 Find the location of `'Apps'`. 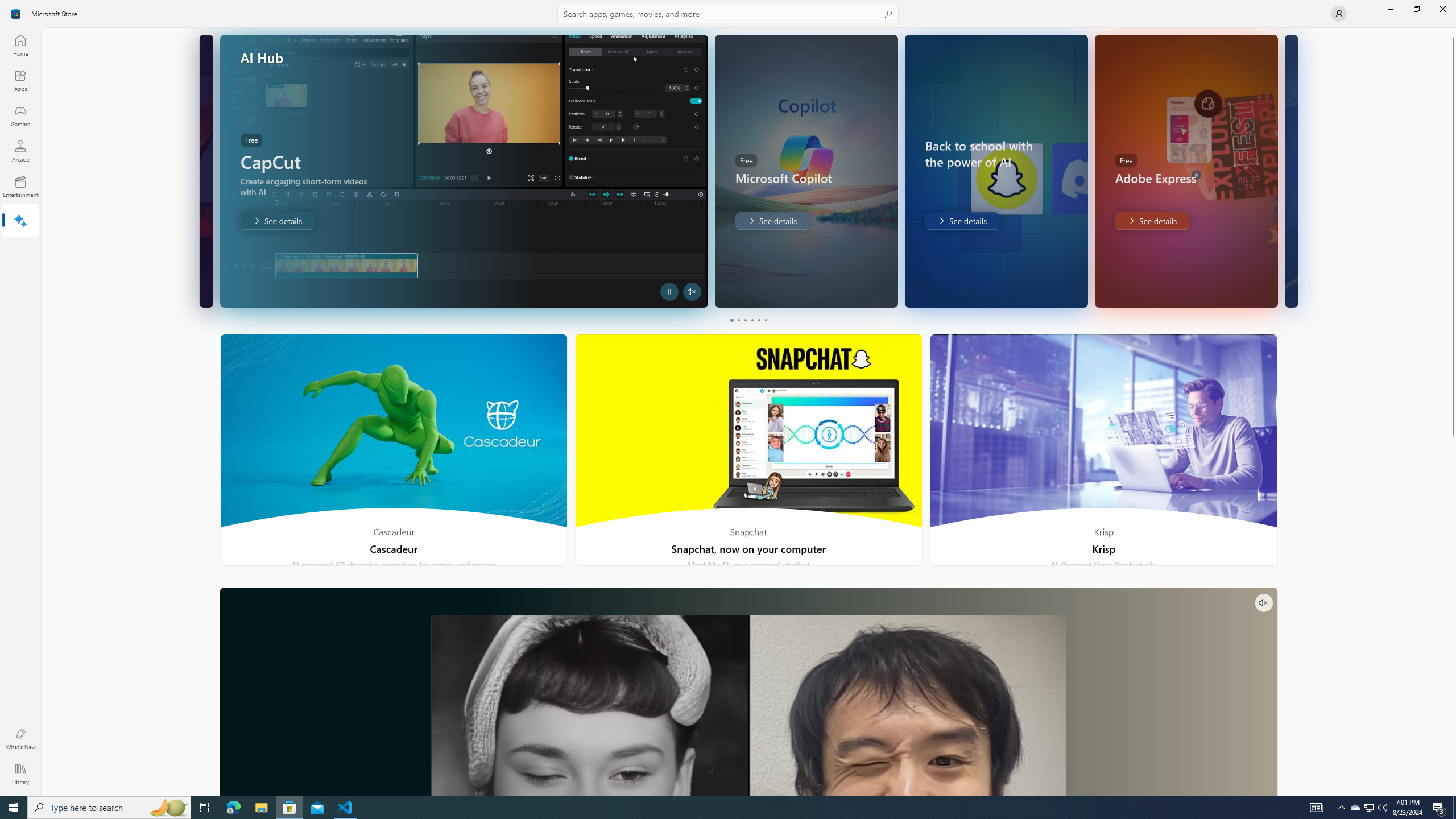

'Apps' is located at coordinates (19, 80).